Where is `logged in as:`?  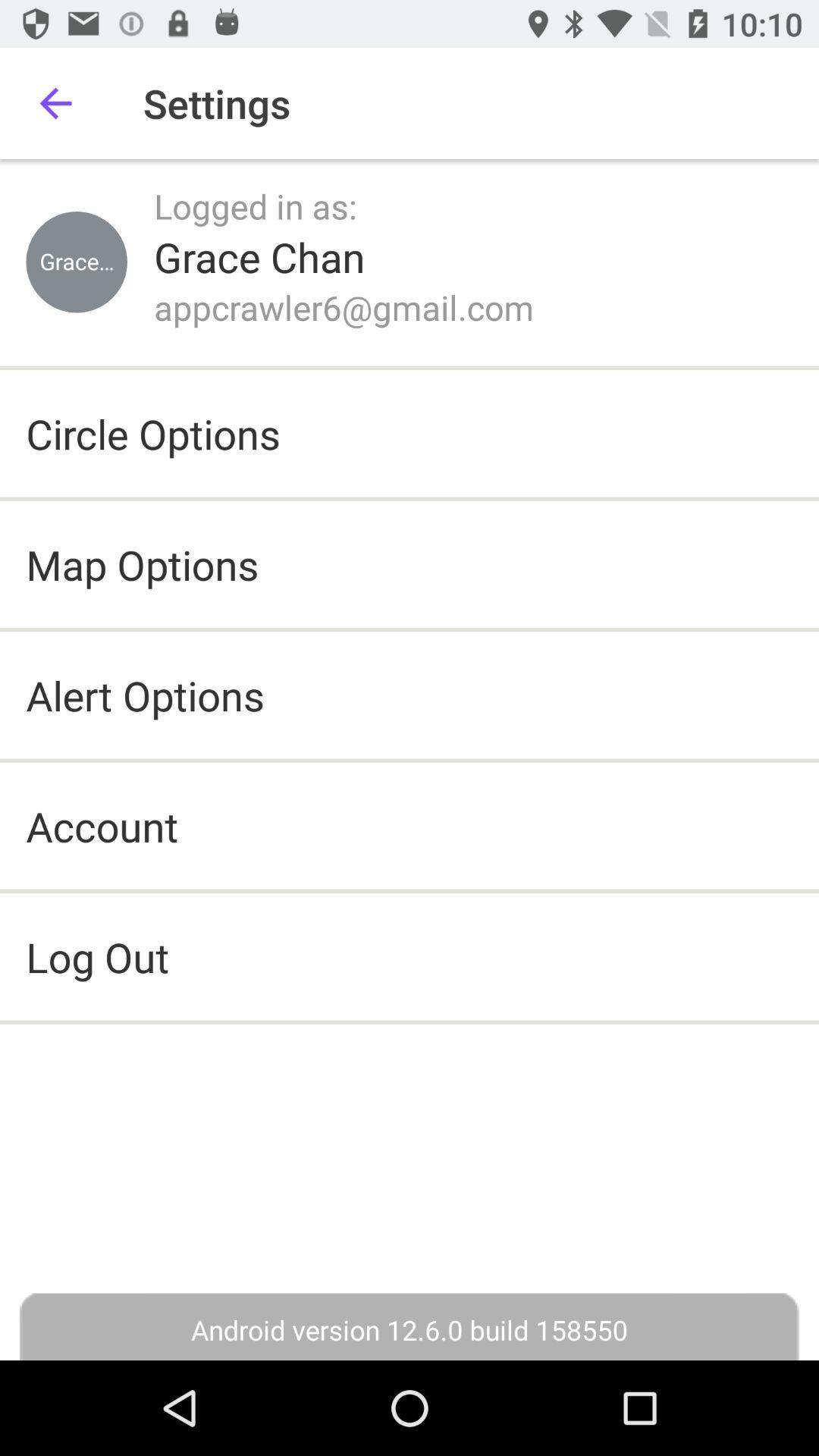 logged in as: is located at coordinates (255, 205).